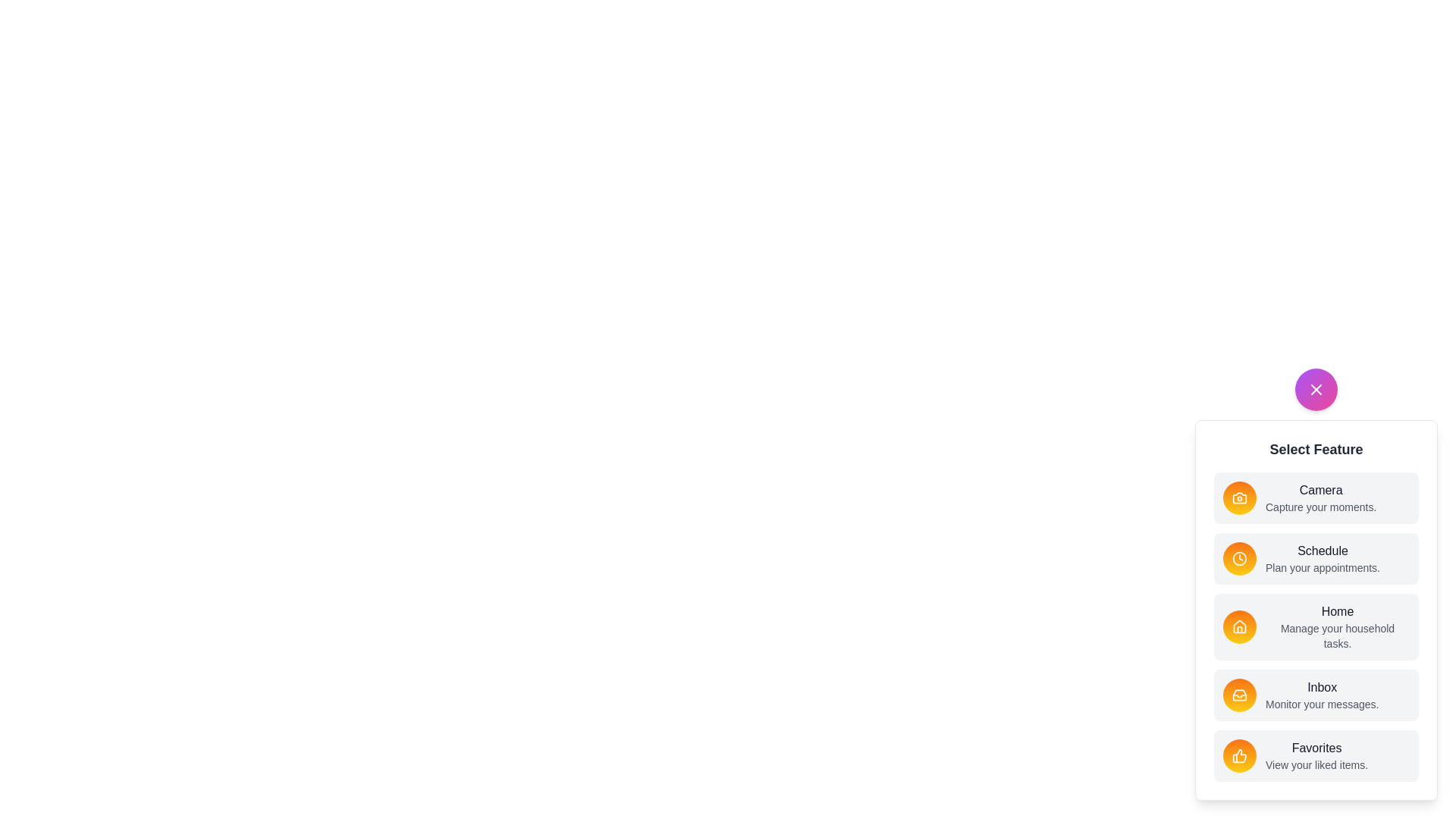  Describe the element at coordinates (1316, 695) in the screenshot. I see `the feature item labeled Inbox to select it` at that location.